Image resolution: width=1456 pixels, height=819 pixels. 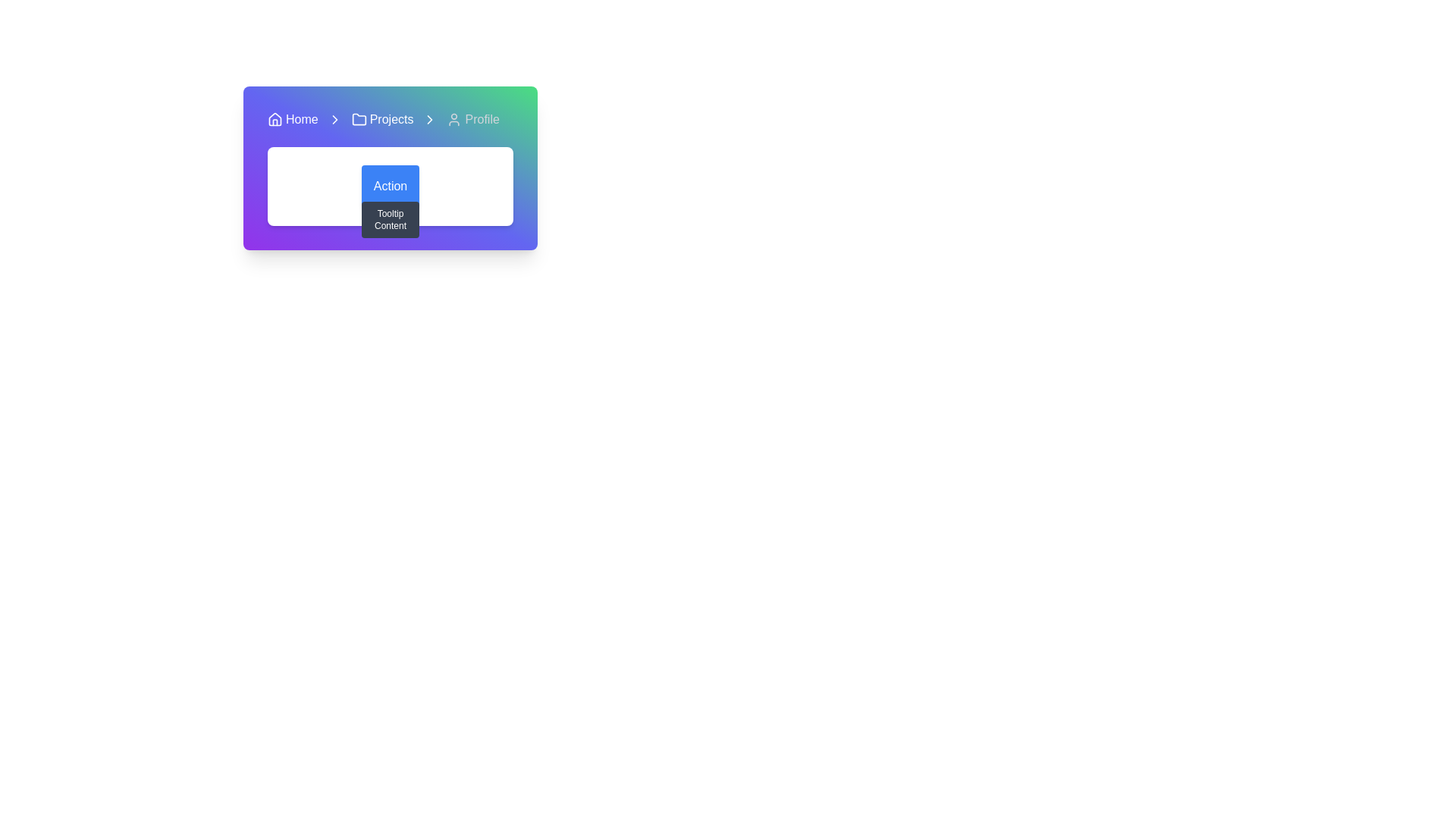 I want to click on the 'Projects' breadcrumb navigation link, so click(x=382, y=119).